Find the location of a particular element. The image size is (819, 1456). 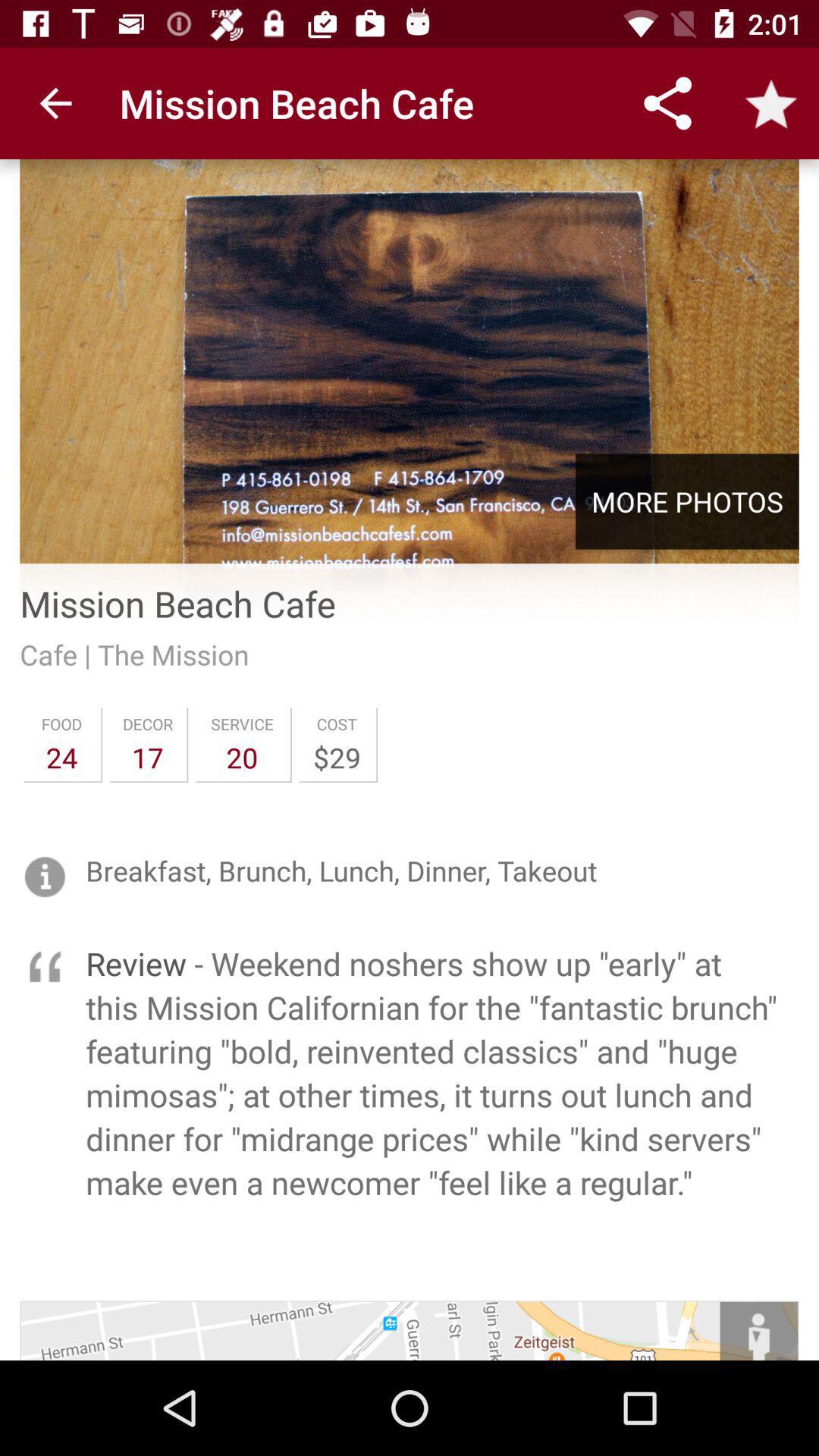

icon on the right is located at coordinates (687, 501).